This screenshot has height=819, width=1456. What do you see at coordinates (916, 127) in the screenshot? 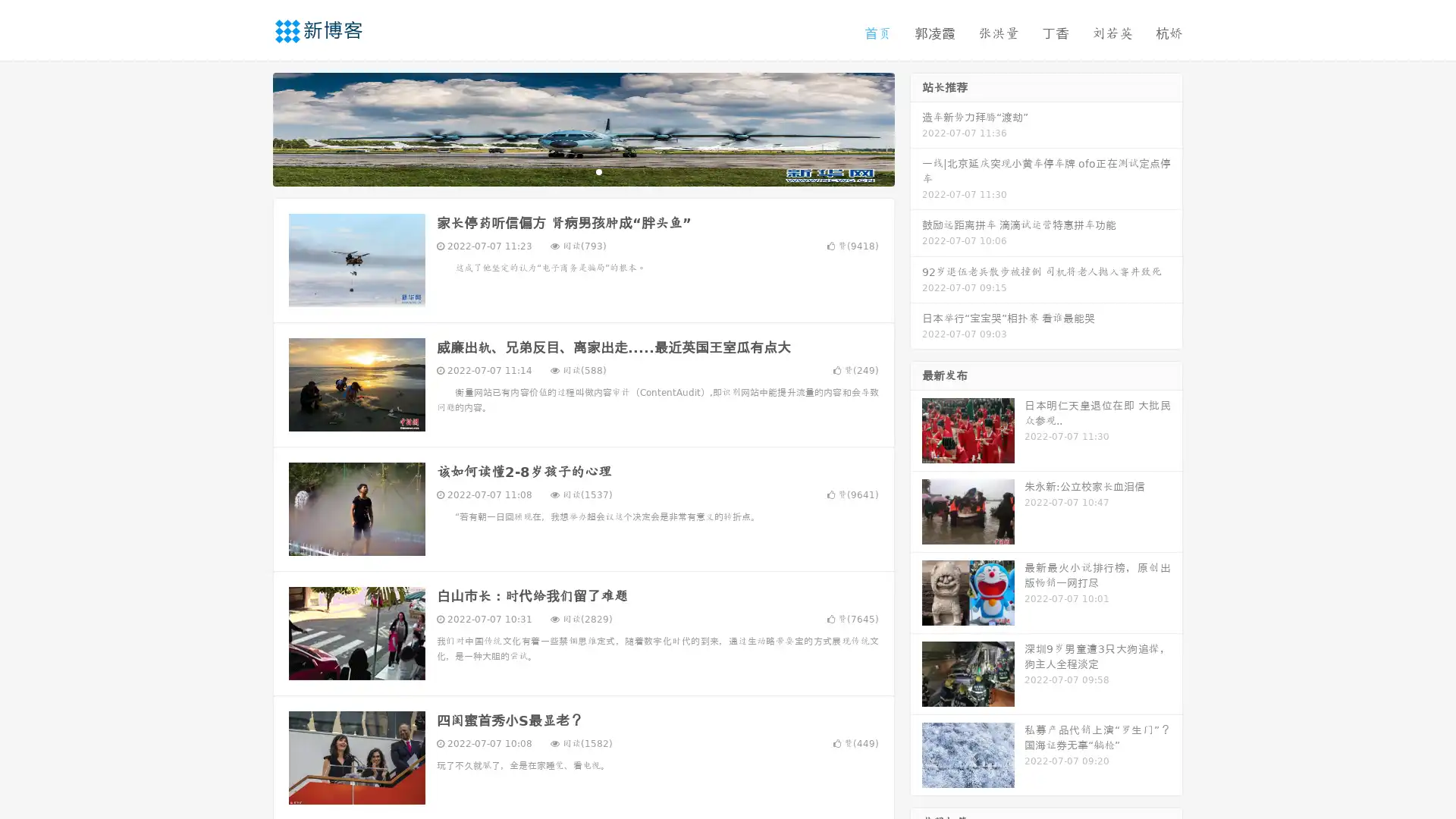
I see `Next slide` at bounding box center [916, 127].